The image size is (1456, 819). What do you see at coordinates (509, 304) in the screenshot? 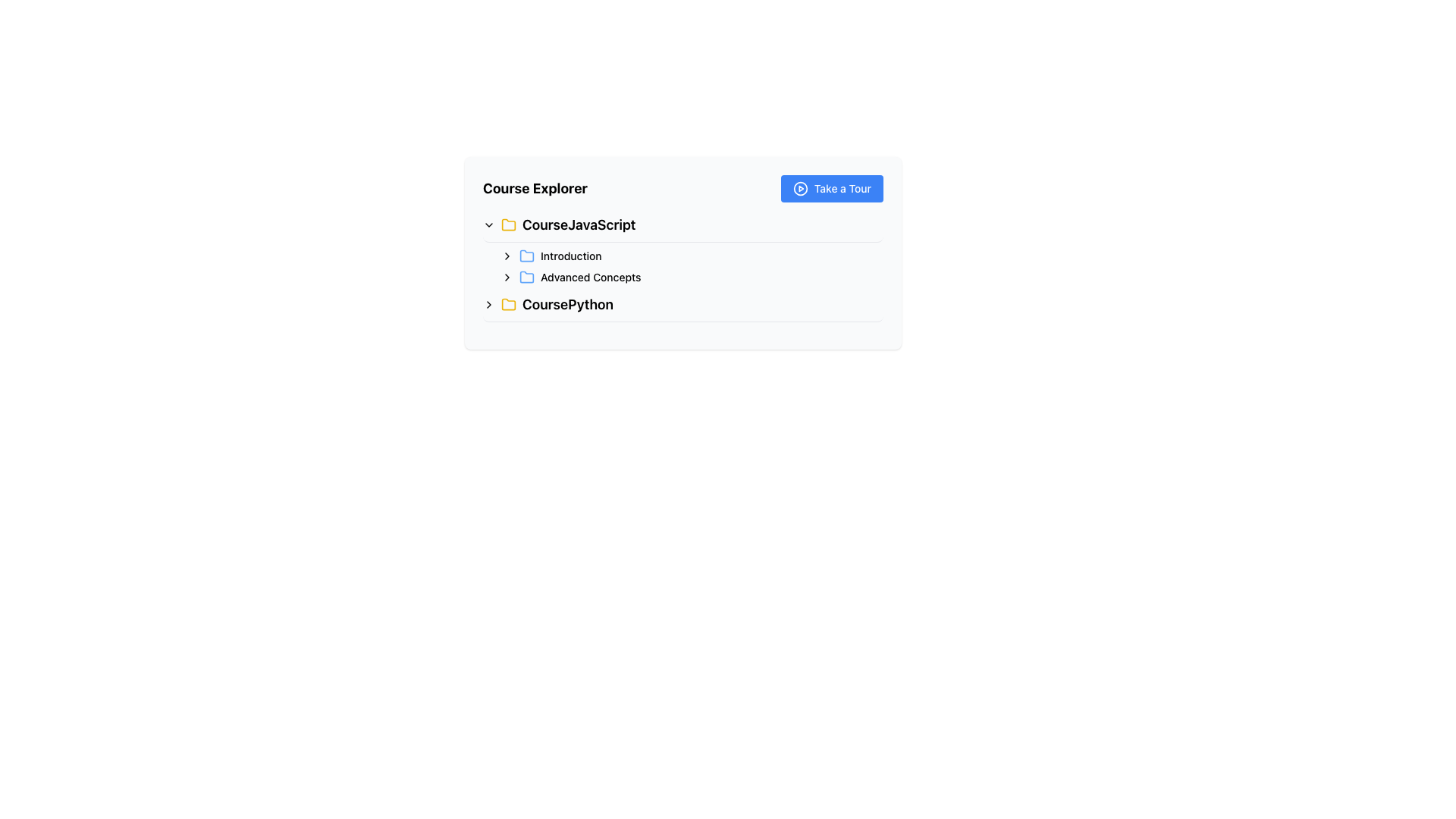
I see `the folder icon representing the 'CoursePython' course, which is the first graphical element in its list item located to the immediate left of the folder name` at bounding box center [509, 304].